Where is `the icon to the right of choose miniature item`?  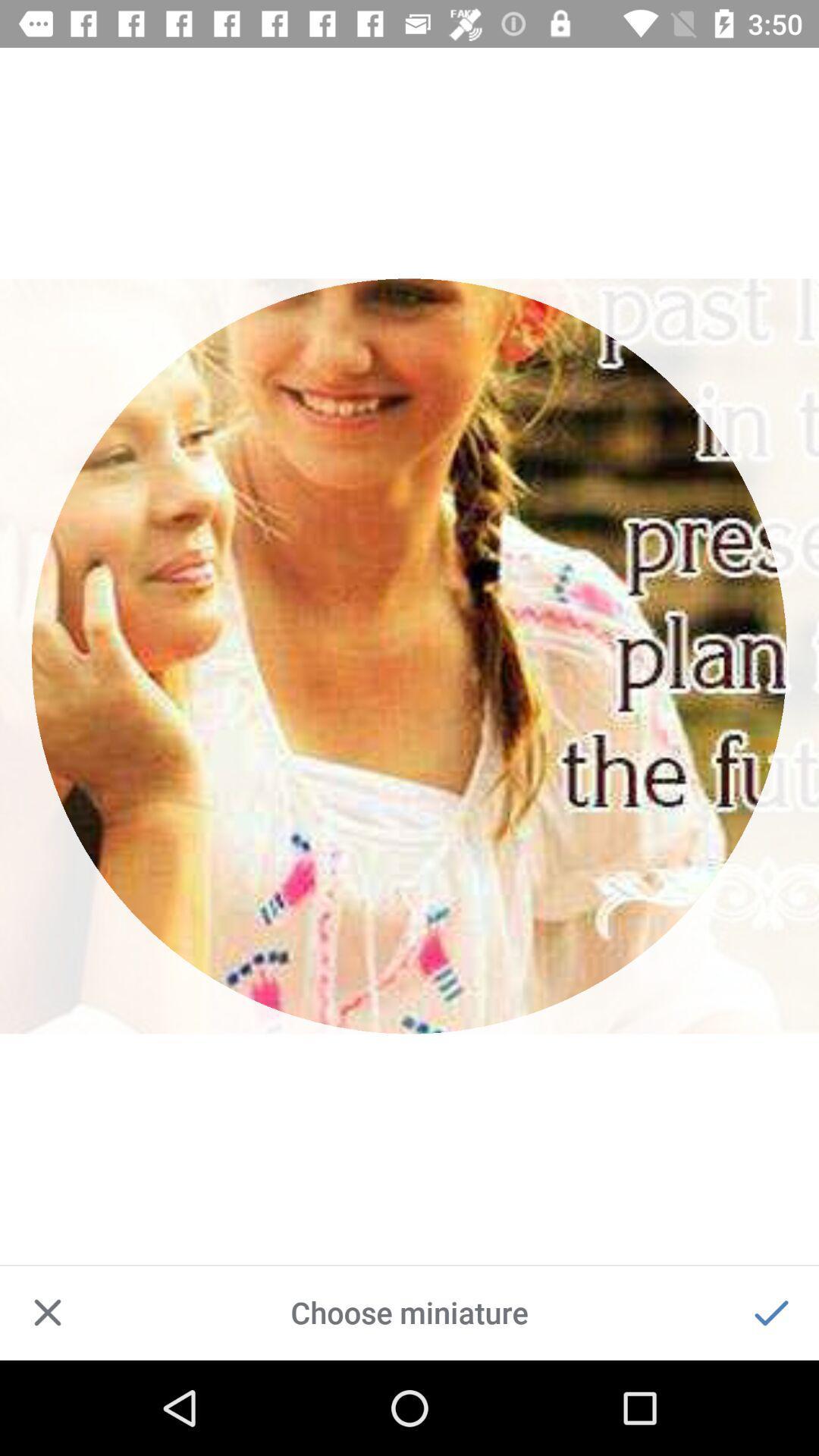
the icon to the right of choose miniature item is located at coordinates (771, 1312).